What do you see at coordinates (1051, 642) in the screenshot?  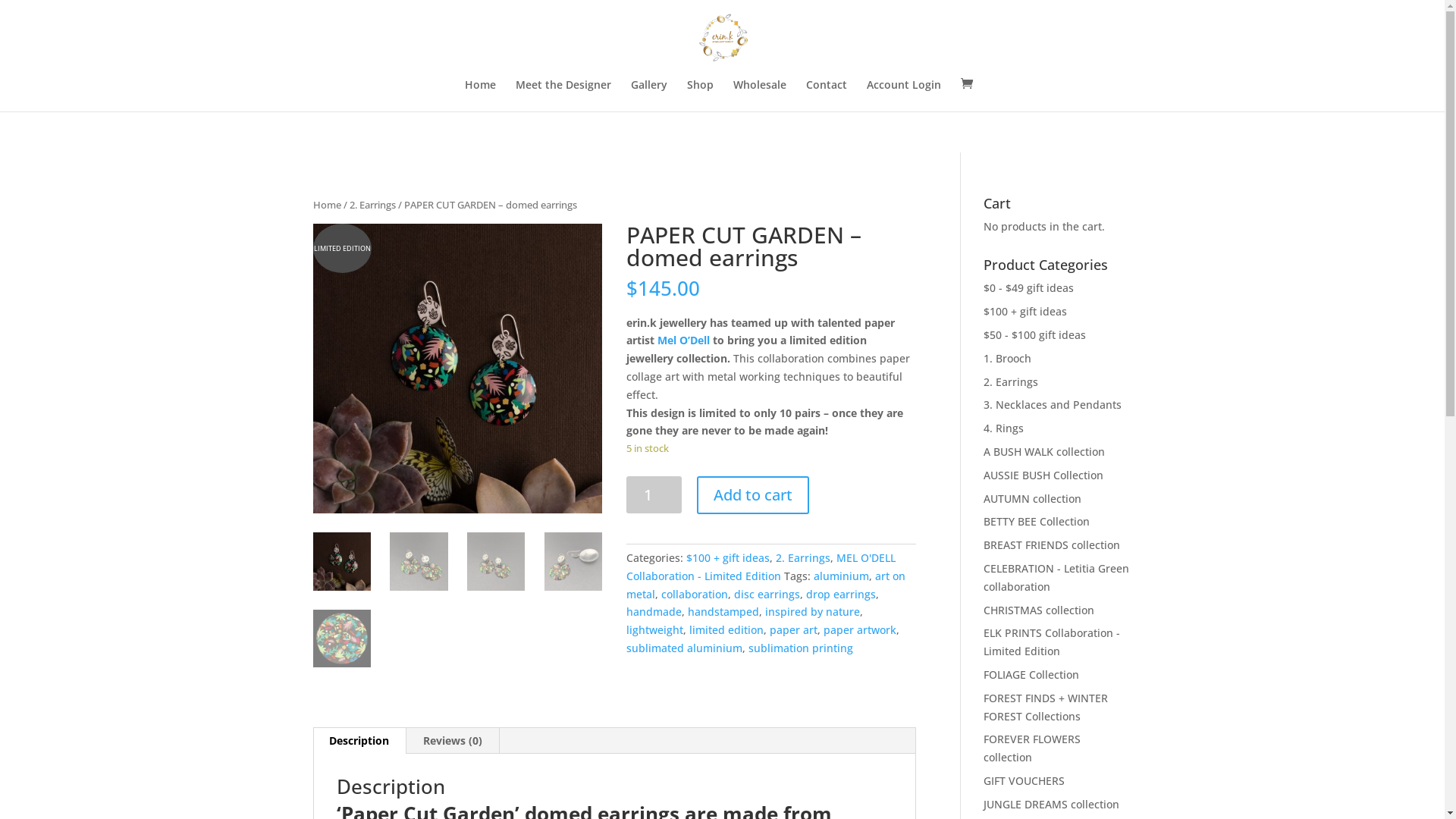 I see `'ELK PRINTS Collaboration - Limited Edition'` at bounding box center [1051, 642].